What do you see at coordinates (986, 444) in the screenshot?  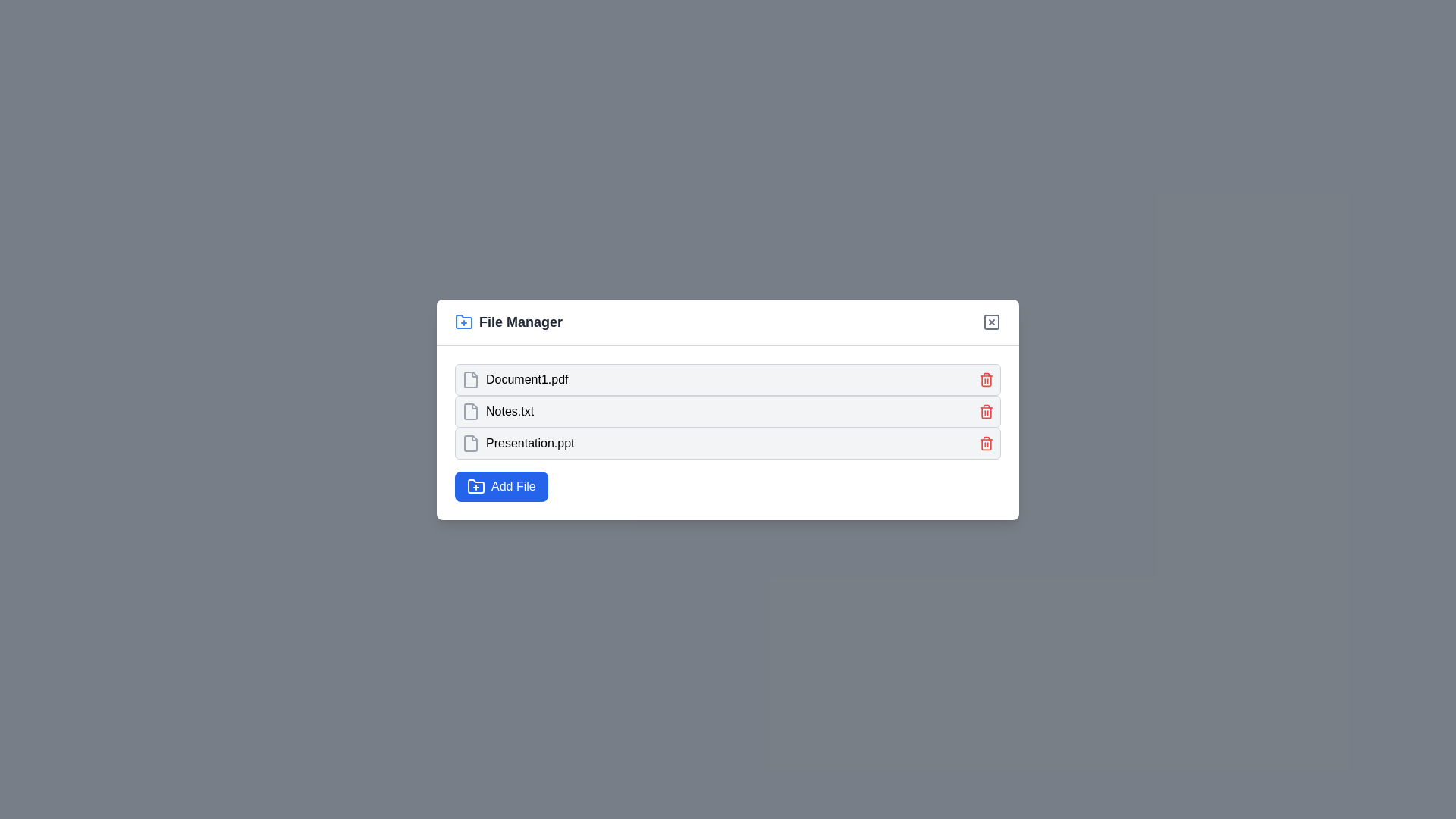 I see `the trash bin icon next to the file name 'Presentation.ppt' in the File Manager interface` at bounding box center [986, 444].